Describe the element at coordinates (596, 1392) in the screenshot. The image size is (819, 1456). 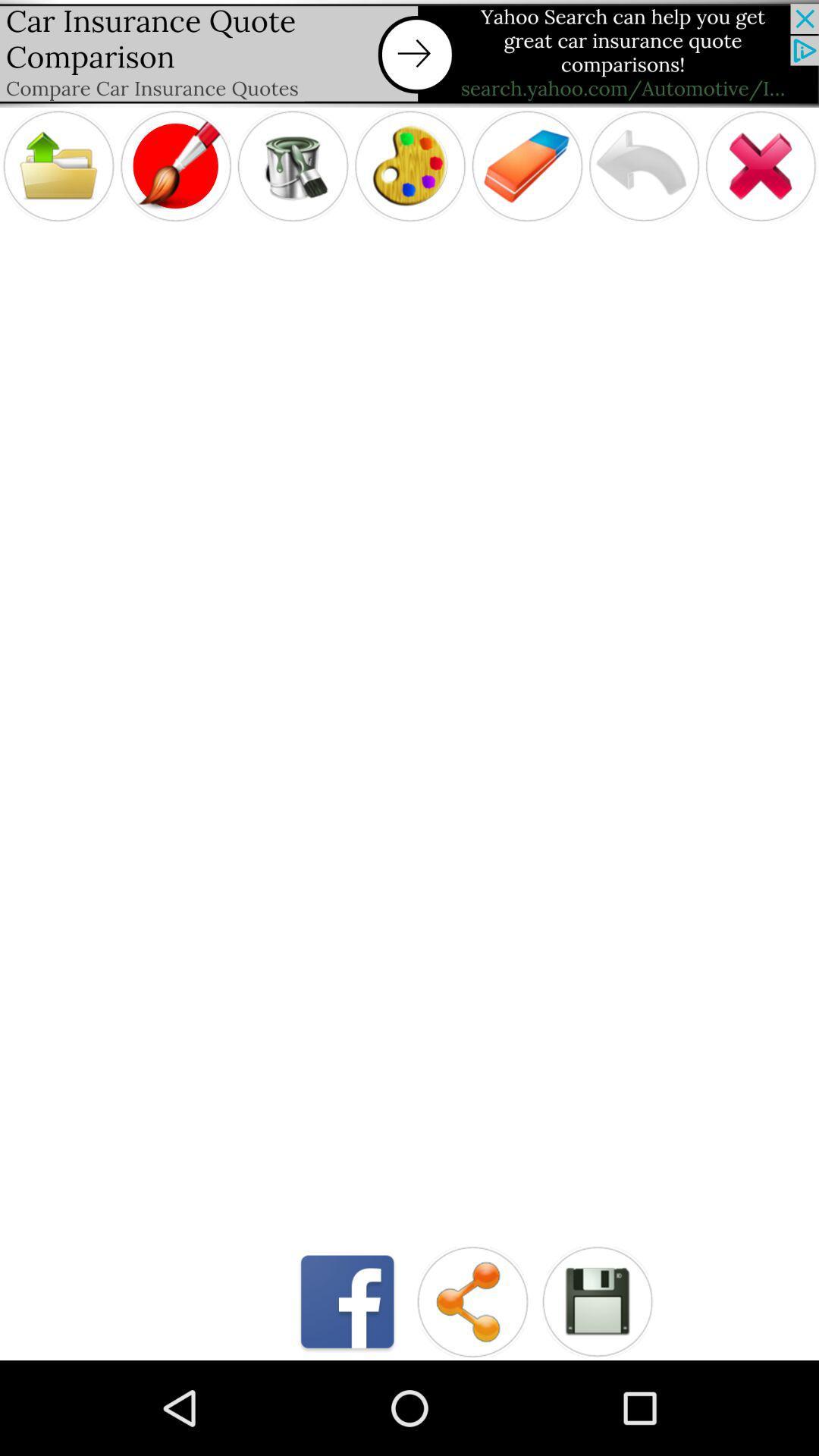
I see `the save icon` at that location.